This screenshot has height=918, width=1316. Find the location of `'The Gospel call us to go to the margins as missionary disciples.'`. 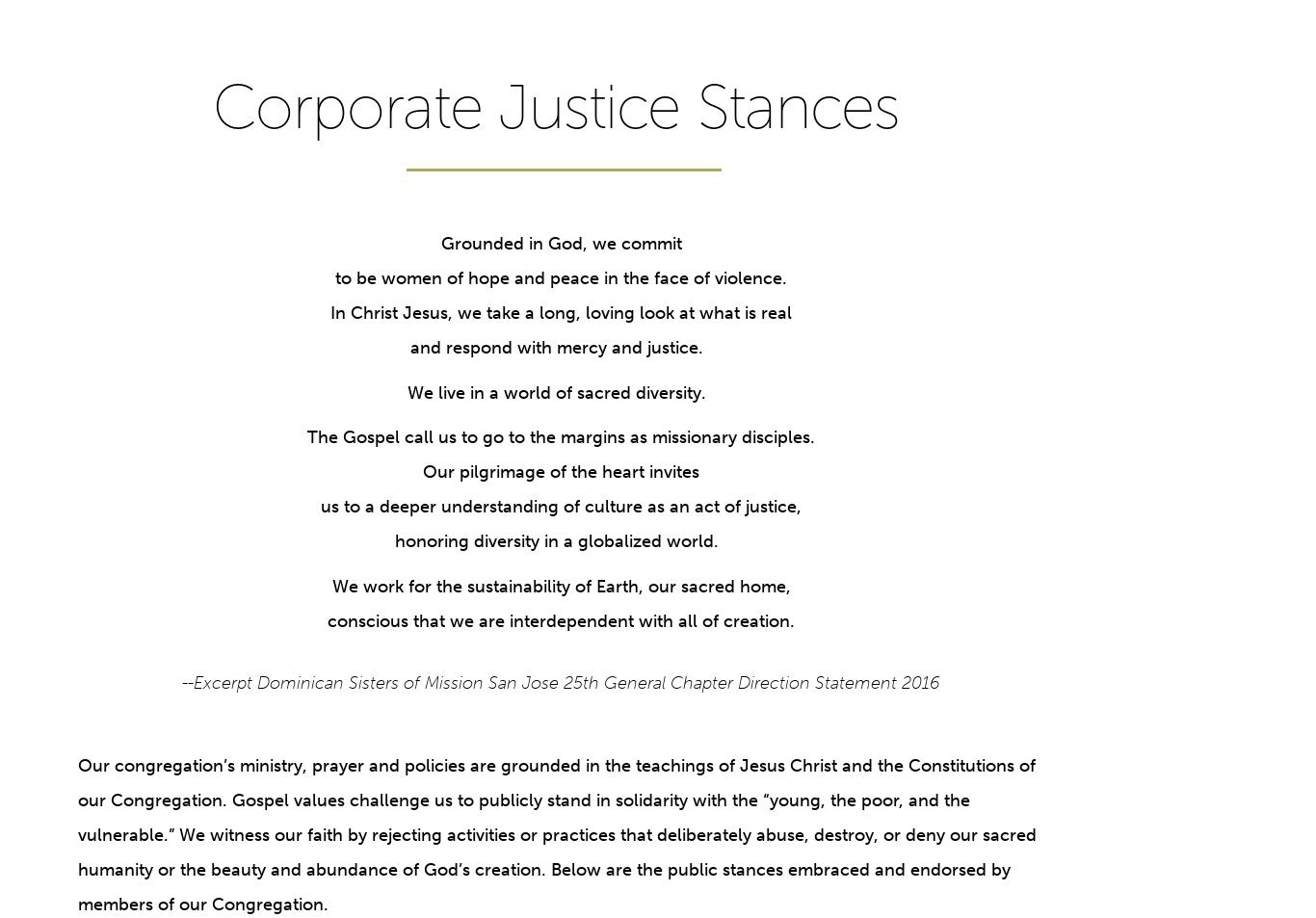

'The Gospel call us to go to the margins as missionary disciples.' is located at coordinates (560, 436).